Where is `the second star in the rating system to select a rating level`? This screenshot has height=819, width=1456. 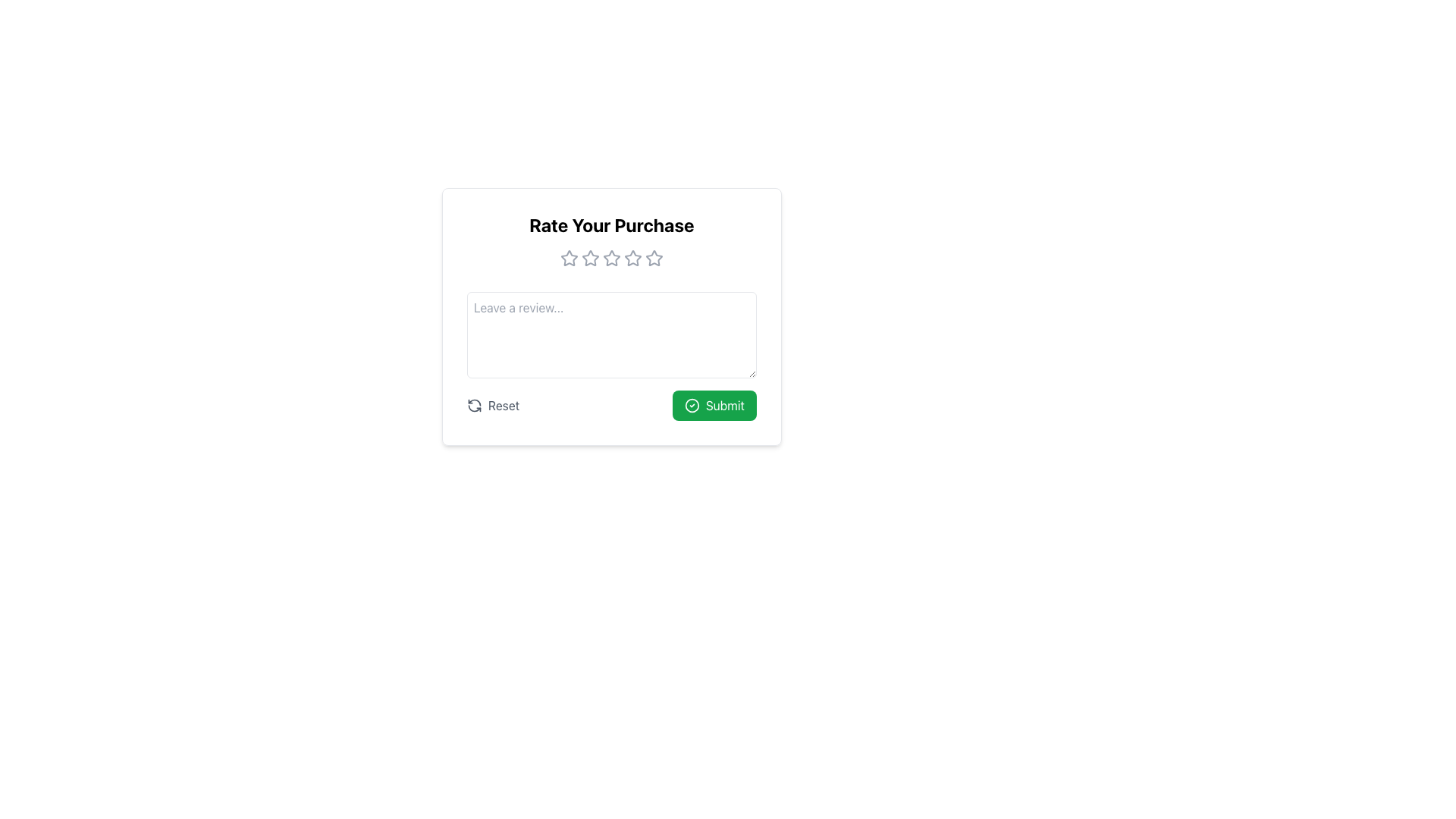 the second star in the rating system to select a rating level is located at coordinates (588, 256).